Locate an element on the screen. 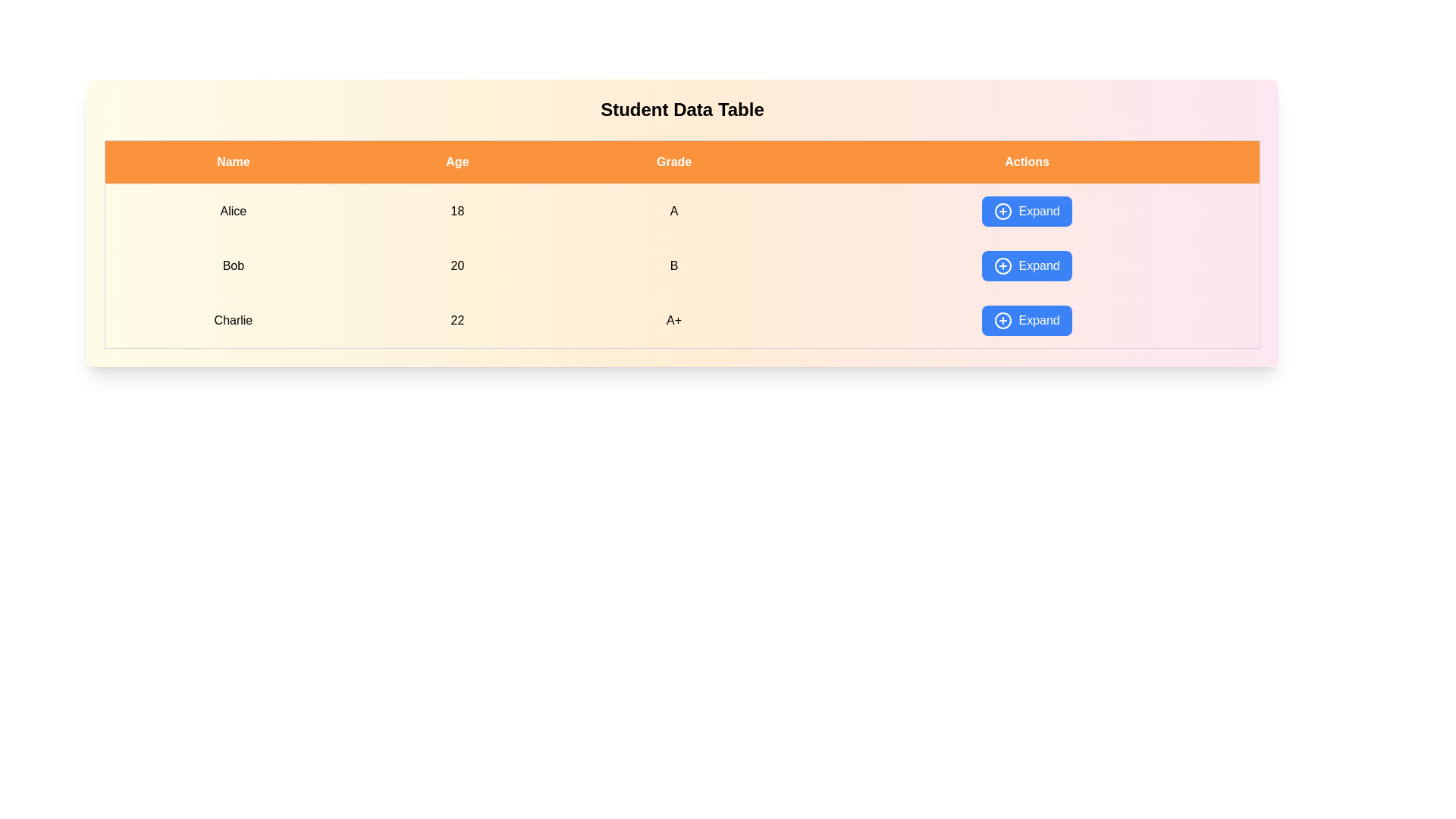 This screenshot has height=819, width=1456. the icon within the first 'Expand' button in the 'Actions' column of the data table, which corresponds to the first row associated with 'Alice' is located at coordinates (1003, 211).